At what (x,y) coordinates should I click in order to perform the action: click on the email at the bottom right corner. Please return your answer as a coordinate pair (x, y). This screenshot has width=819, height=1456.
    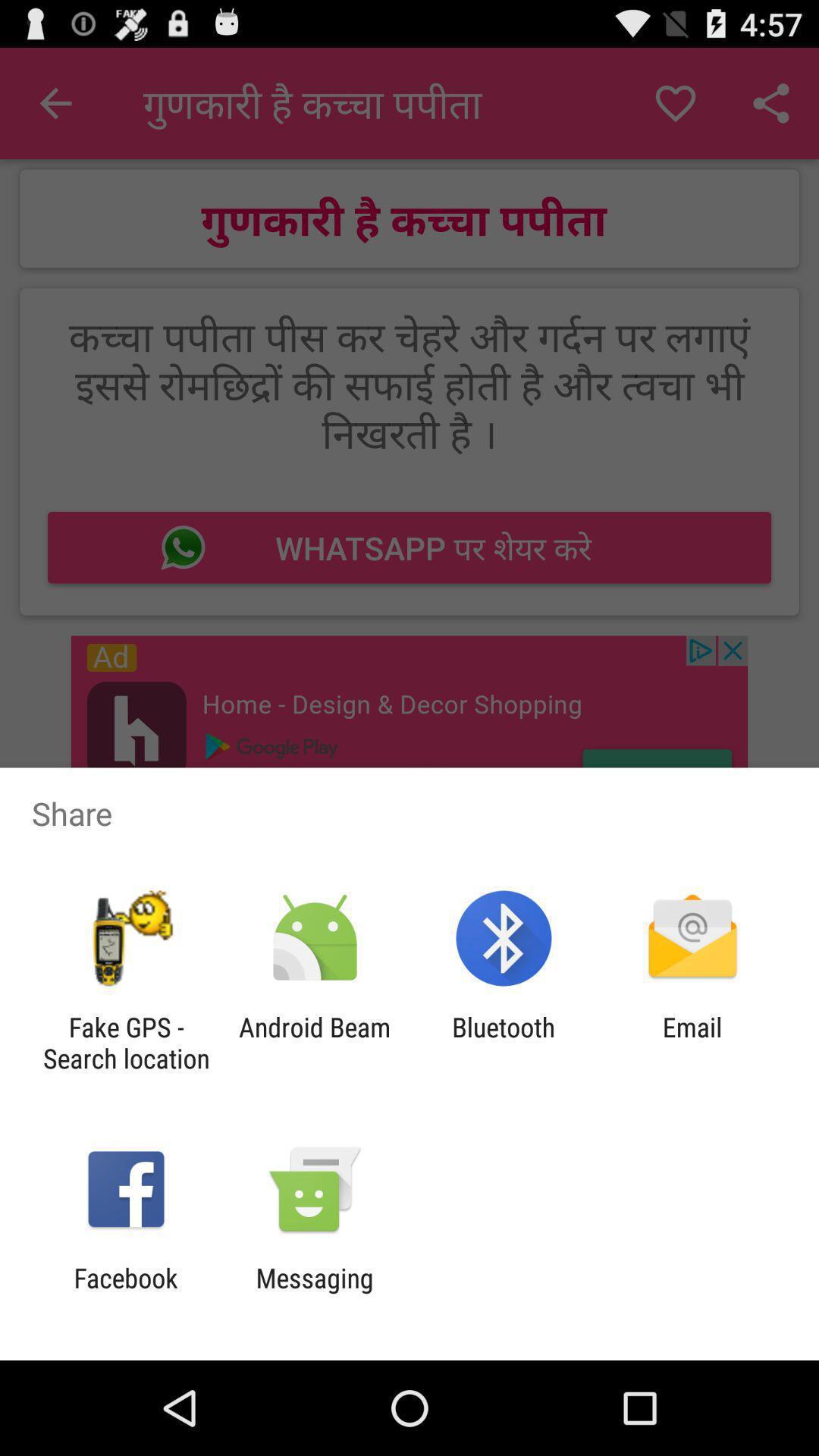
    Looking at the image, I should click on (692, 1042).